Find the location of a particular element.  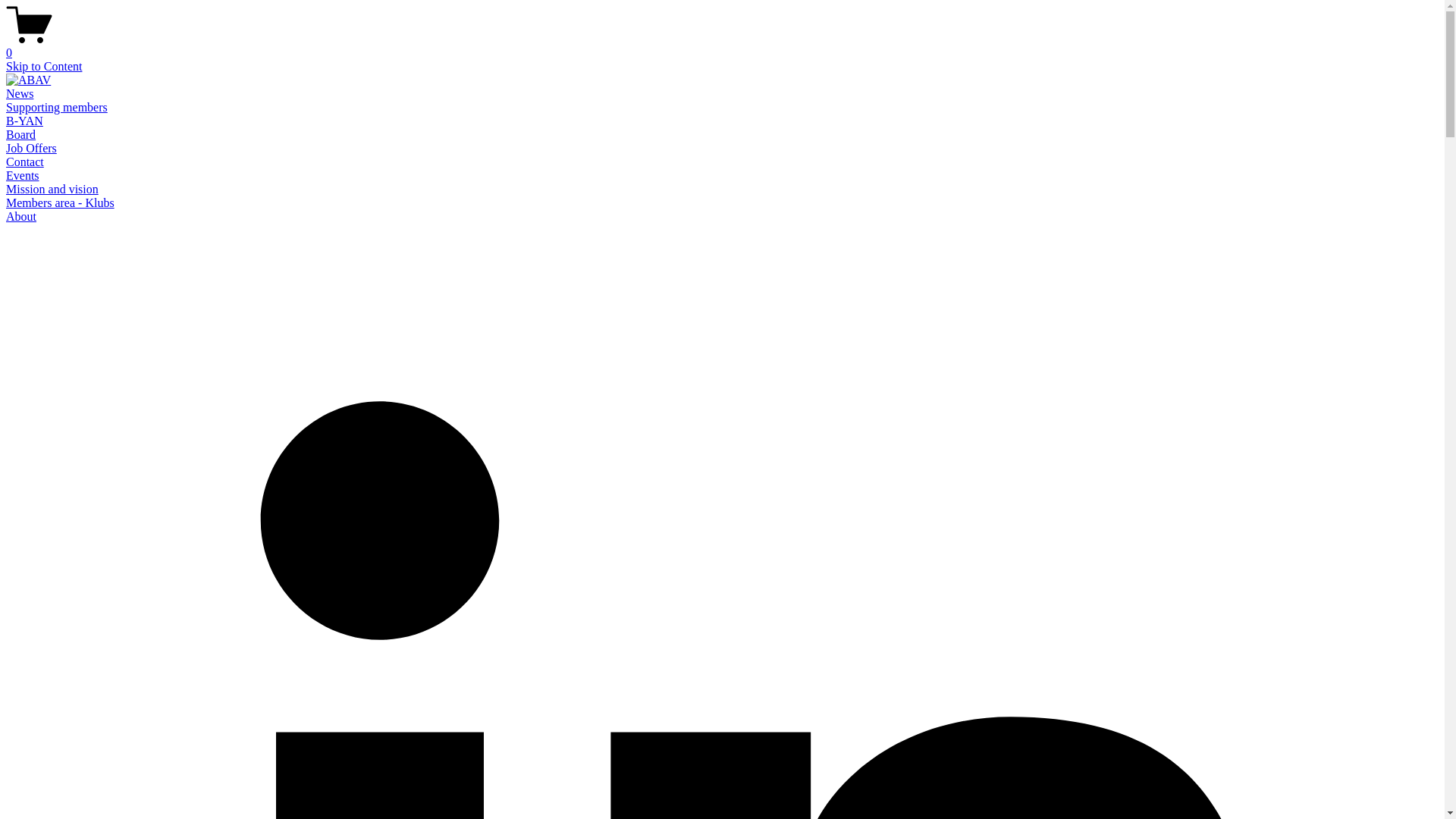

'Skip to Content' is located at coordinates (6, 65).